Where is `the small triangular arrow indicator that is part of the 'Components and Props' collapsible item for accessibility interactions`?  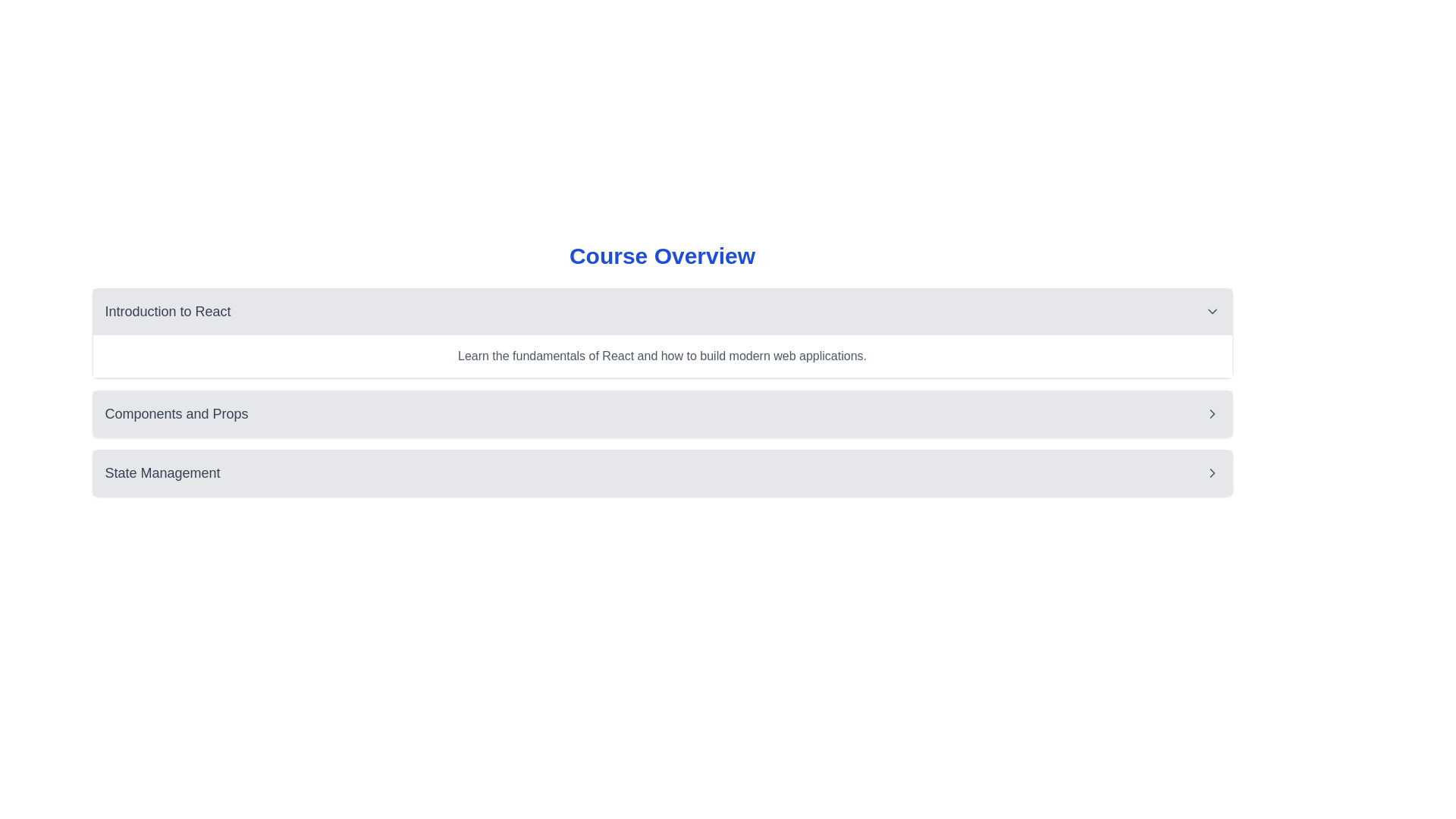
the small triangular arrow indicator that is part of the 'Components and Props' collapsible item for accessibility interactions is located at coordinates (1211, 414).